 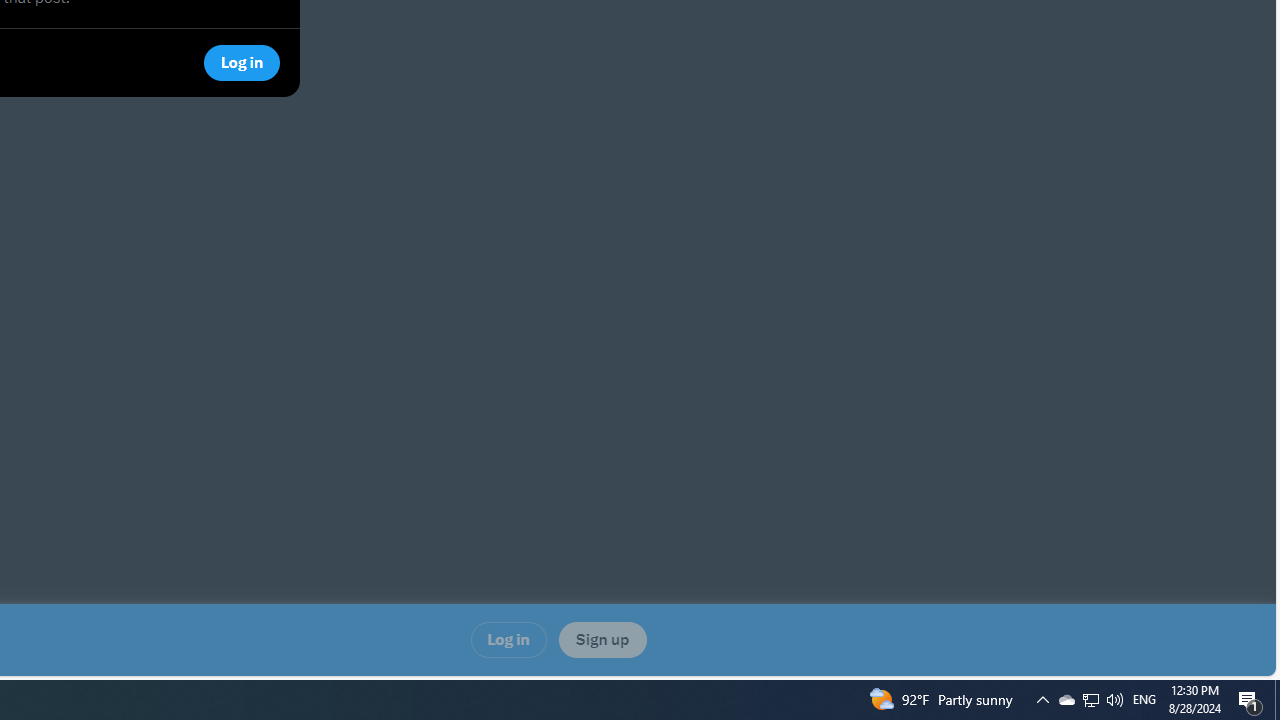 What do you see at coordinates (1144, 698) in the screenshot?
I see `'Q2790: 100%'` at bounding box center [1144, 698].